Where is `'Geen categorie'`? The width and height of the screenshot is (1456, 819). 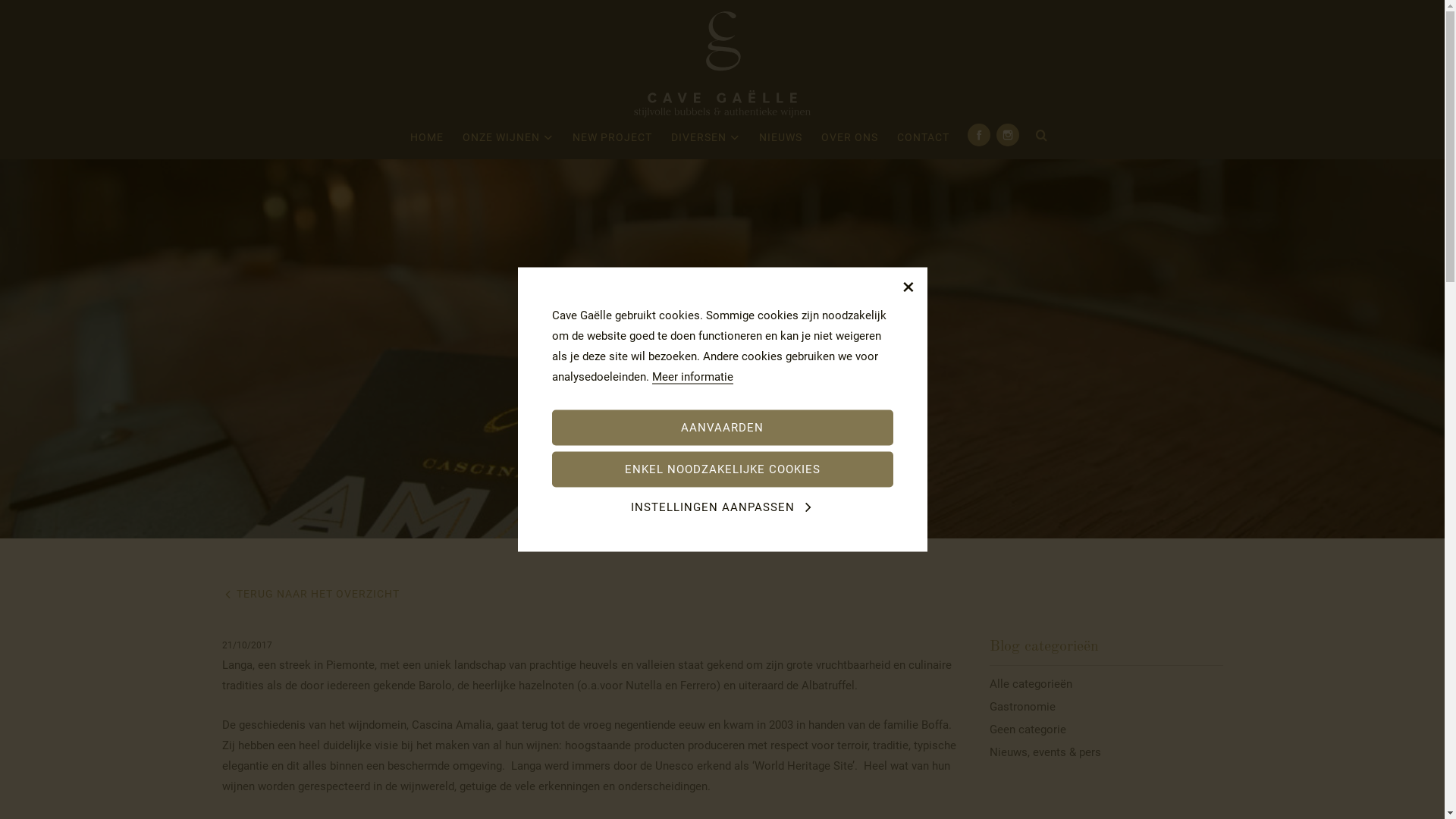
'Geen categorie' is located at coordinates (1106, 728).